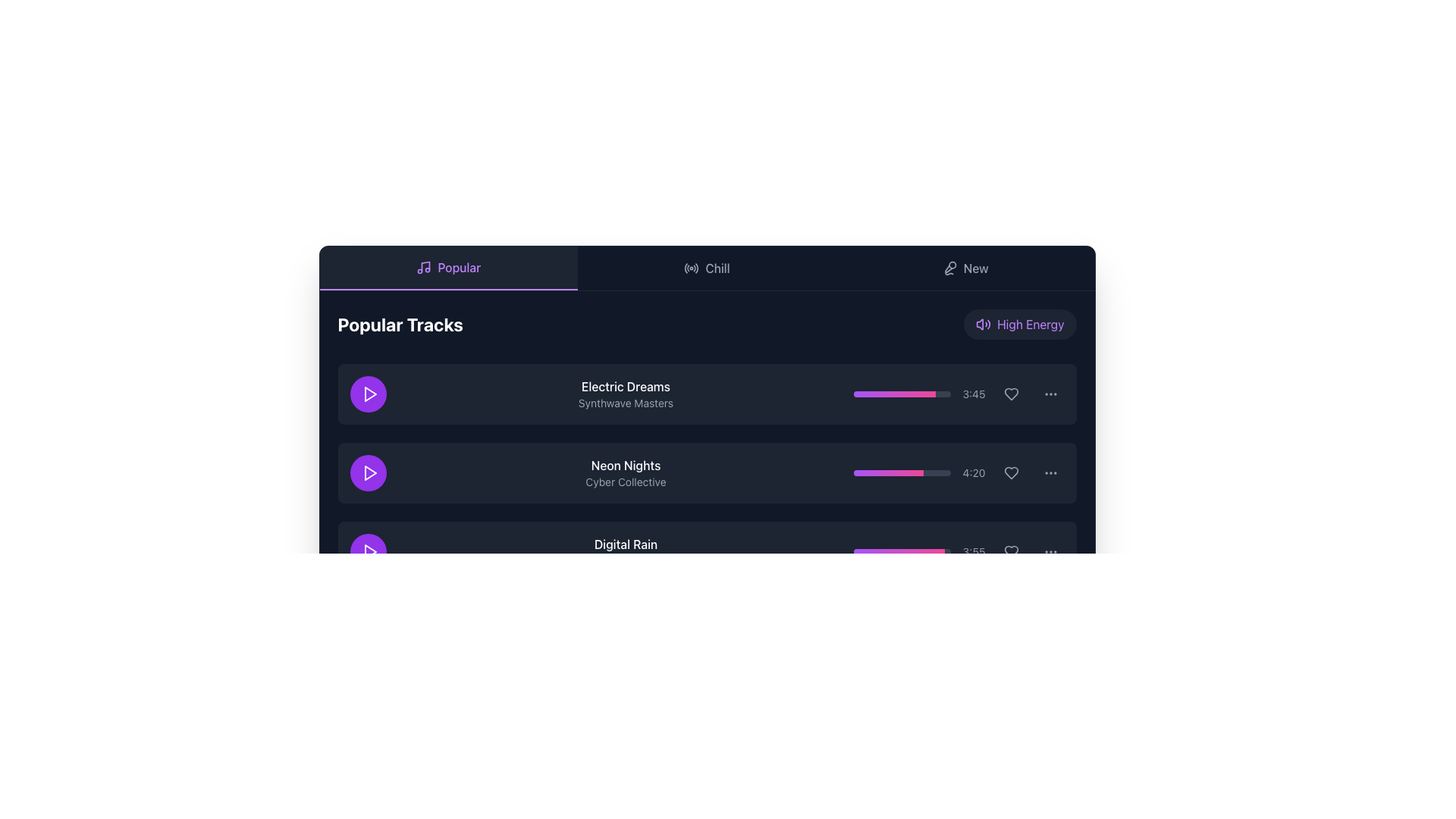  What do you see at coordinates (369, 472) in the screenshot?
I see `the triangular play icon button outlined with a purple circular background, located to the left of the 'Electric Dreams' text, to indicate readiness for action` at bounding box center [369, 472].